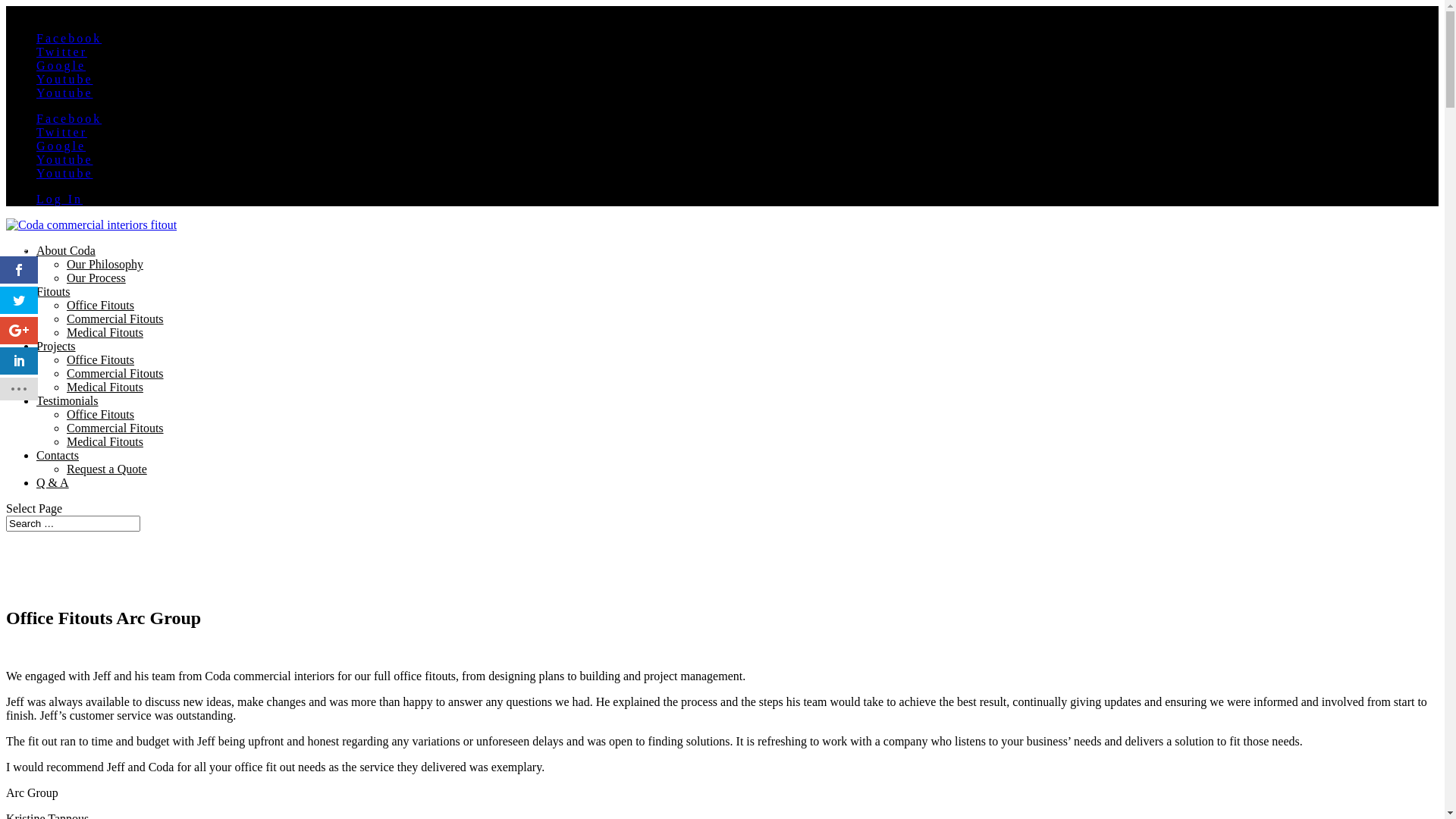 This screenshot has height=819, width=1456. What do you see at coordinates (53, 291) in the screenshot?
I see `'Fitouts'` at bounding box center [53, 291].